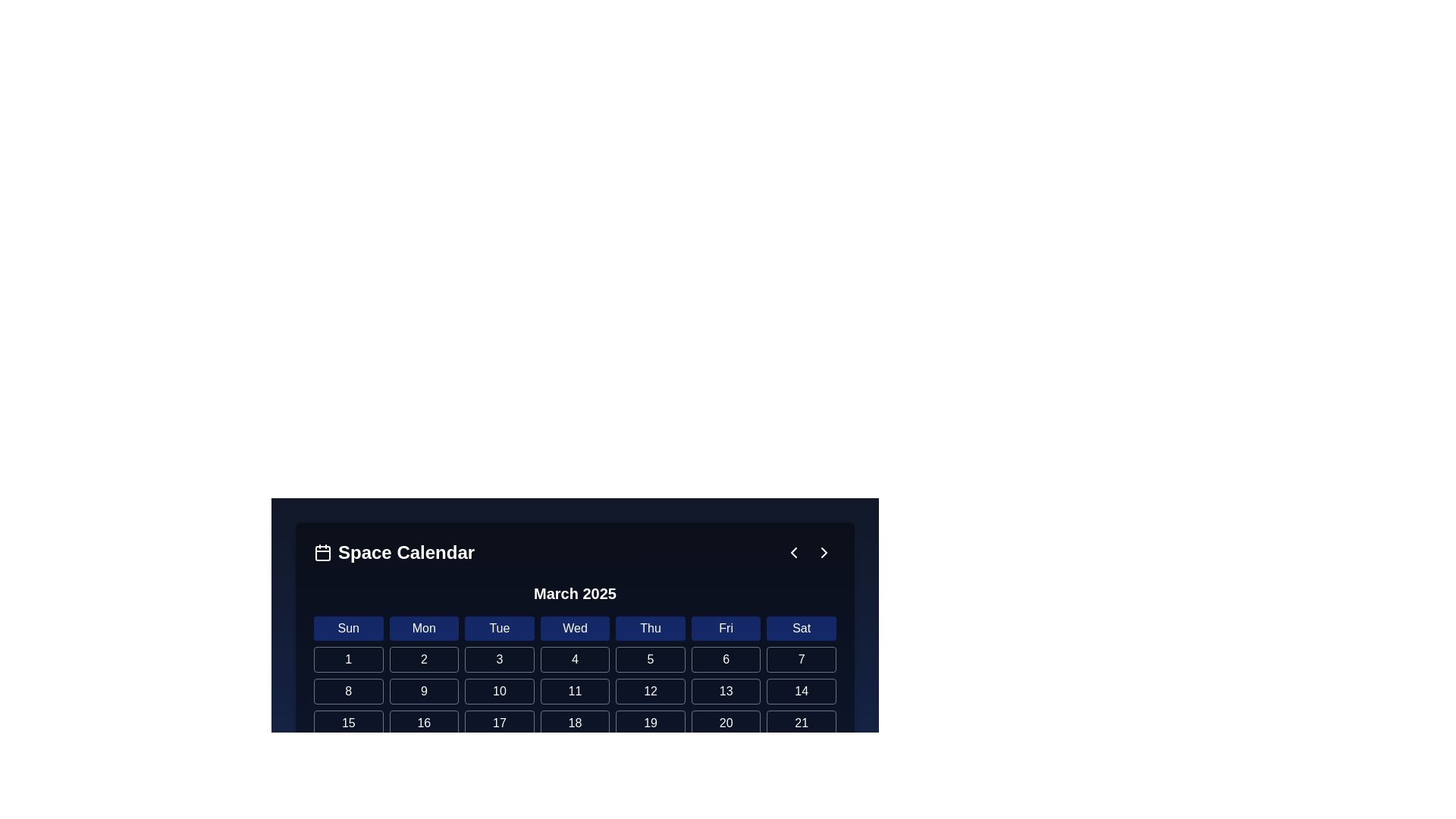  What do you see at coordinates (651, 722) in the screenshot?
I see `text '19' from the Calendar day cell located in the seventh column of the fourth row, corresponding to Thursday, March 2025` at bounding box center [651, 722].